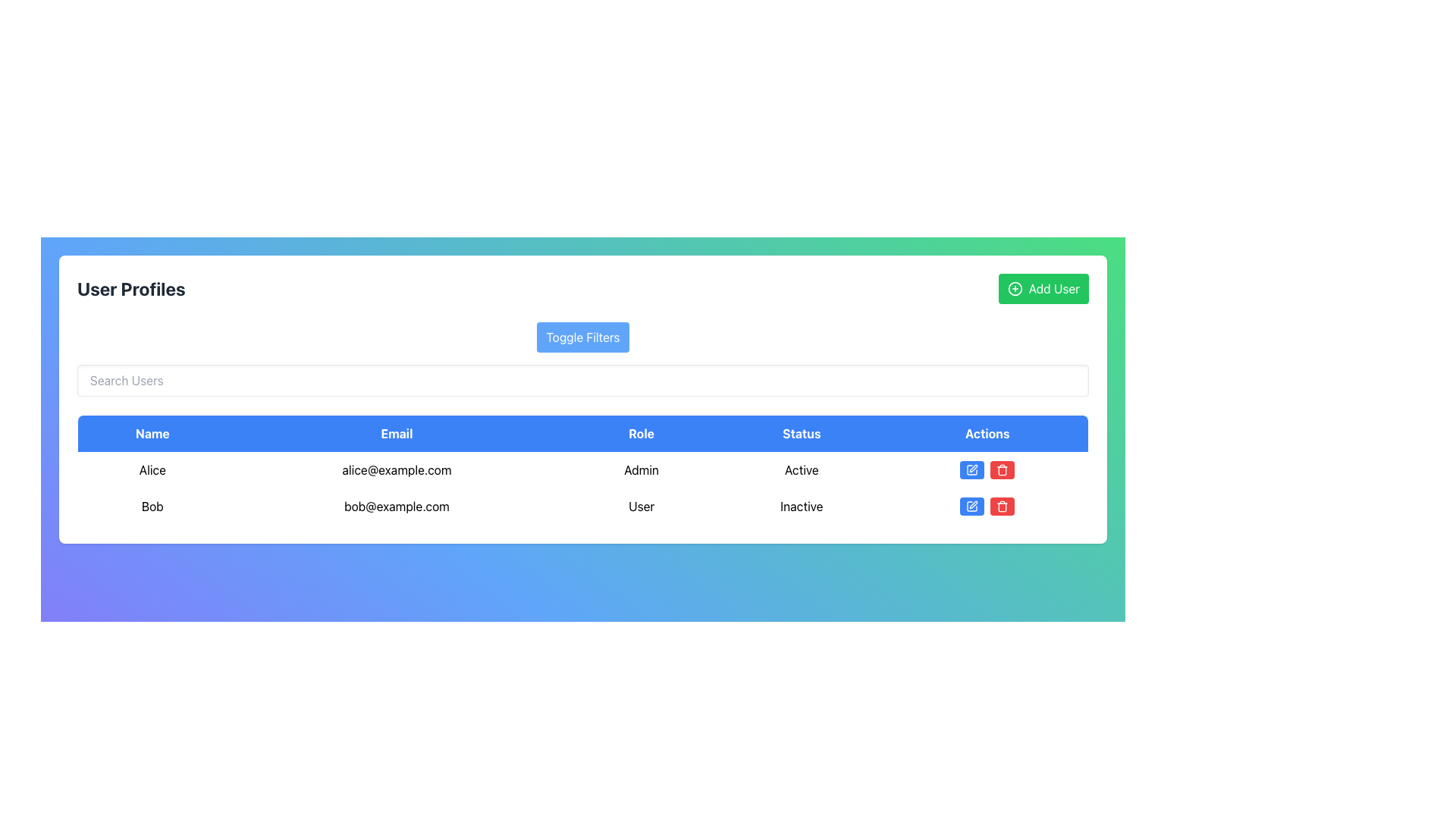  What do you see at coordinates (987, 433) in the screenshot?
I see `the 'Actions' column header in the user profiles table, which is the fifth column header located at the top right of the interface` at bounding box center [987, 433].